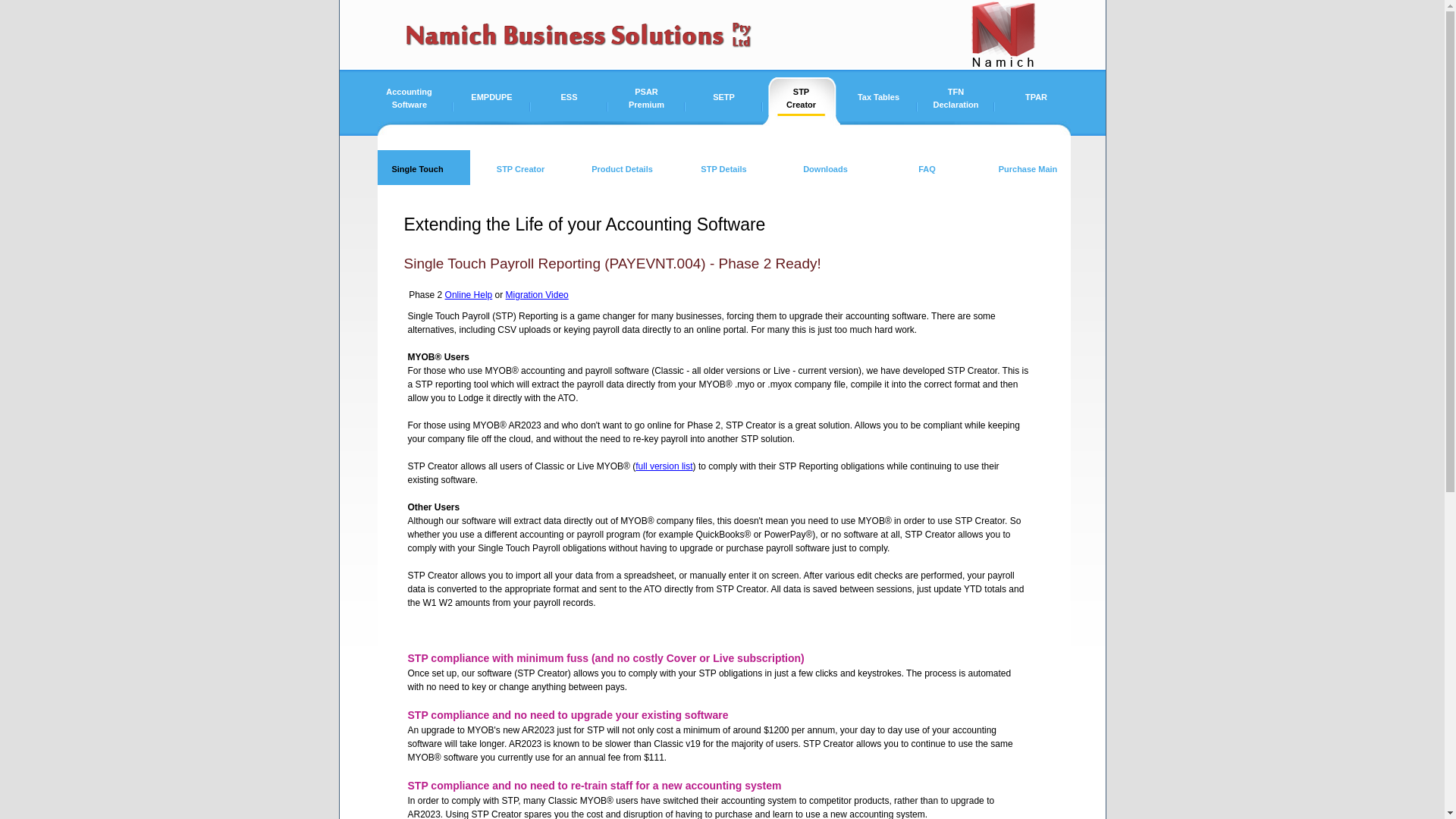 The width and height of the screenshot is (1456, 819). Describe the element at coordinates (537, 295) in the screenshot. I see `'Migration Video'` at that location.